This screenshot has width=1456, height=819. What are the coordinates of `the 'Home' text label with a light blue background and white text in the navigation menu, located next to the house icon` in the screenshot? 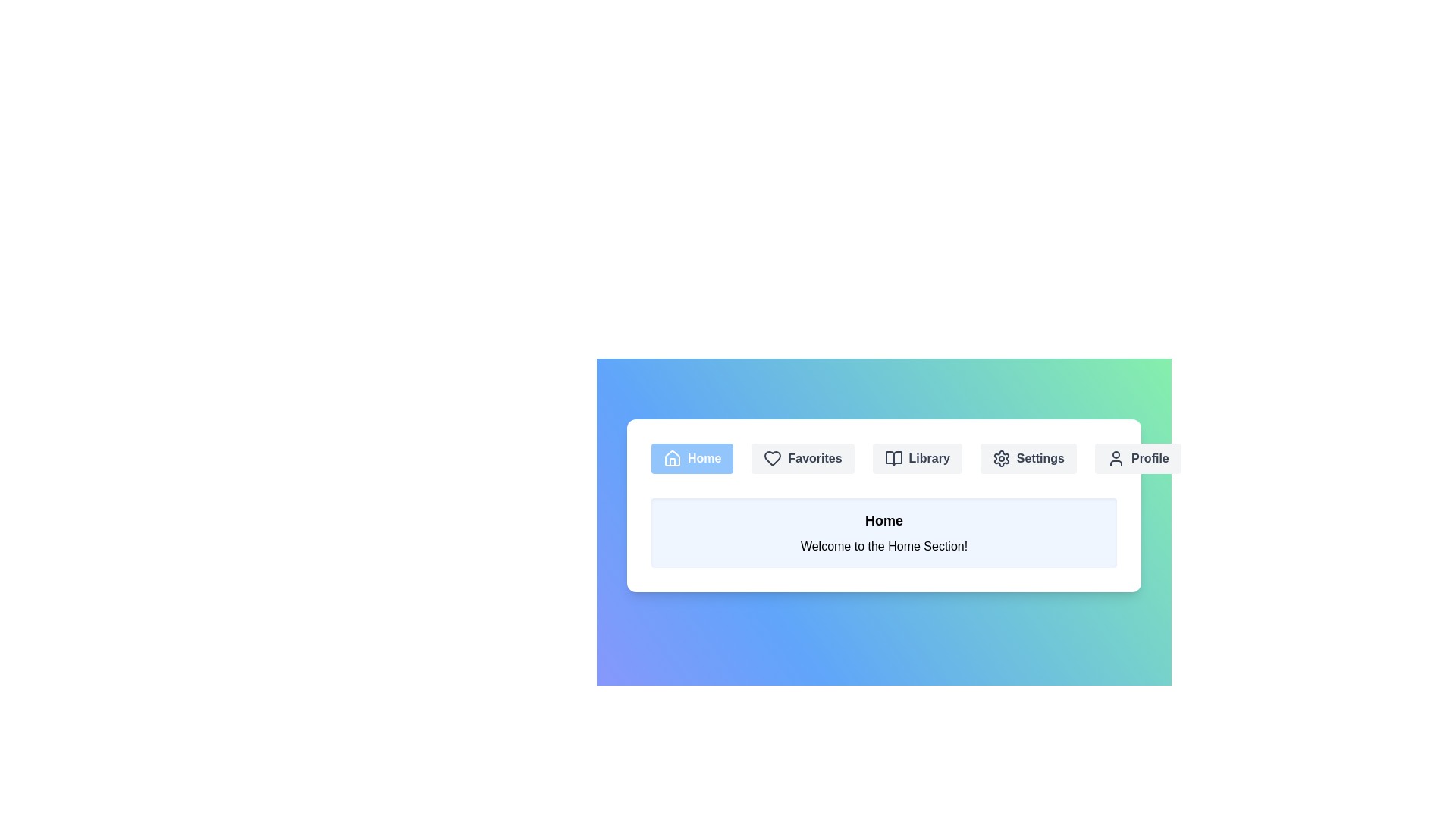 It's located at (704, 458).